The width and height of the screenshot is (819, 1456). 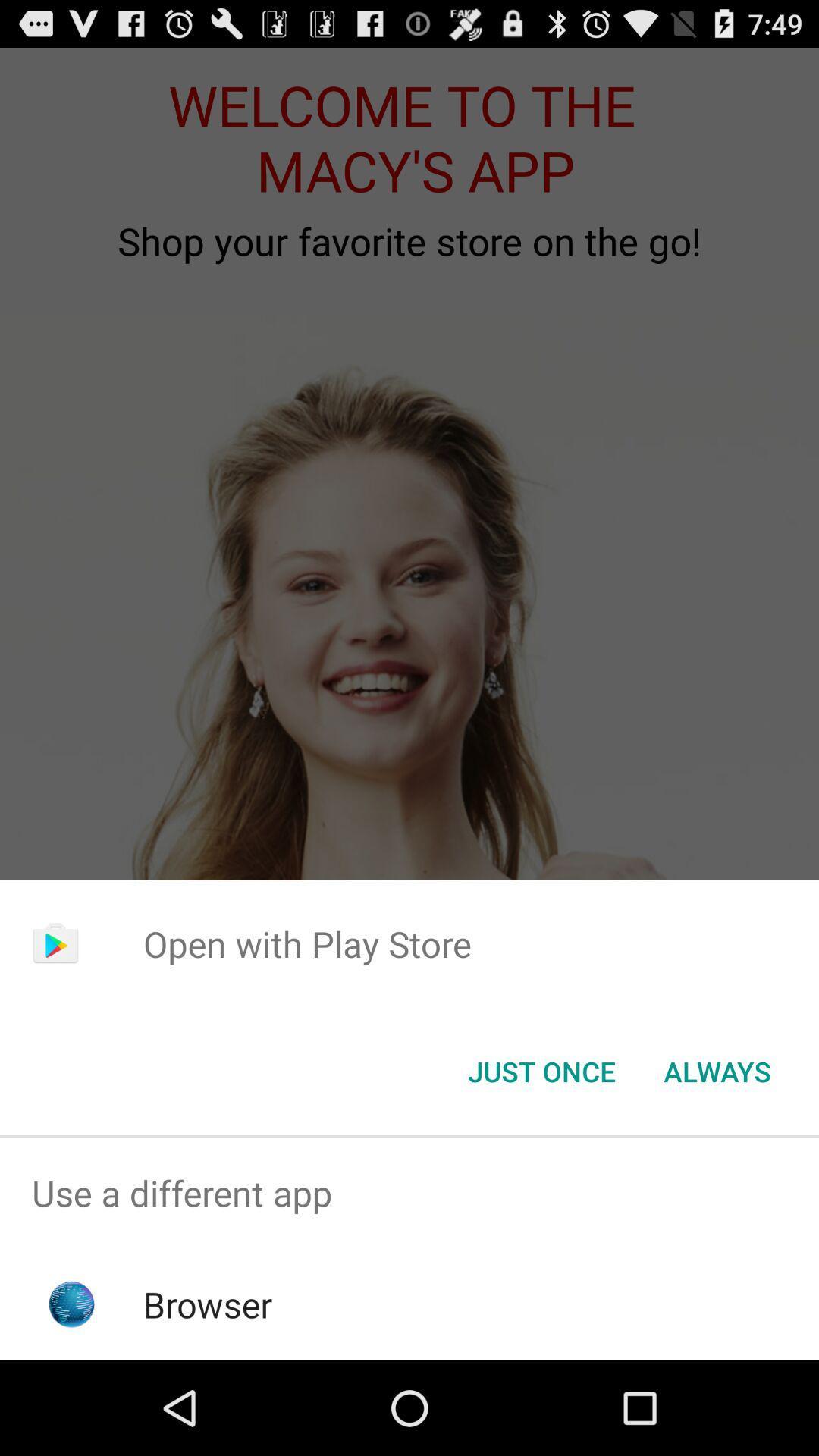 I want to click on just once item, so click(x=541, y=1070).